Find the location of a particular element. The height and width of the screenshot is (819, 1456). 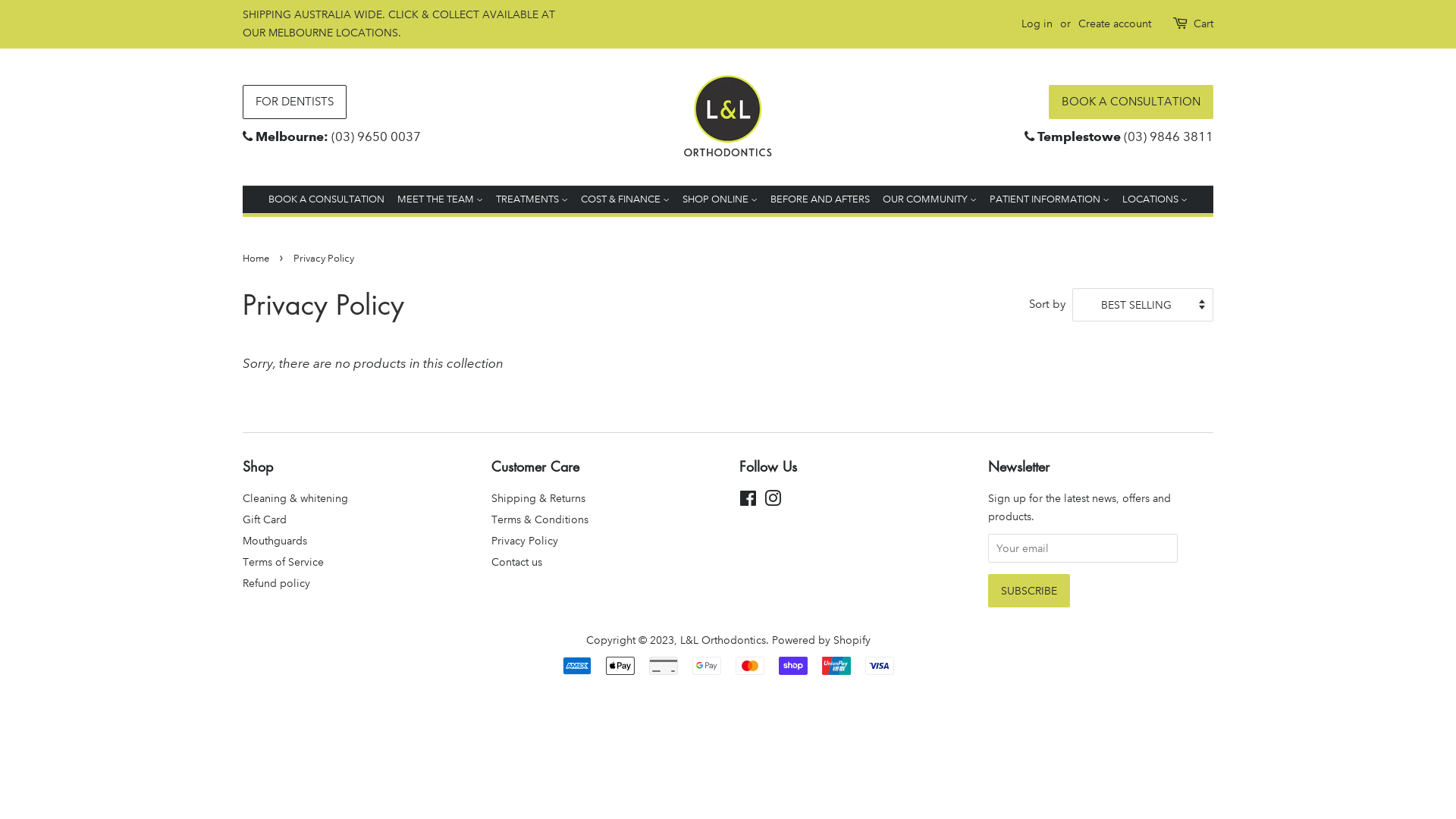

'OUR COMMUNITY' is located at coordinates (928, 199).